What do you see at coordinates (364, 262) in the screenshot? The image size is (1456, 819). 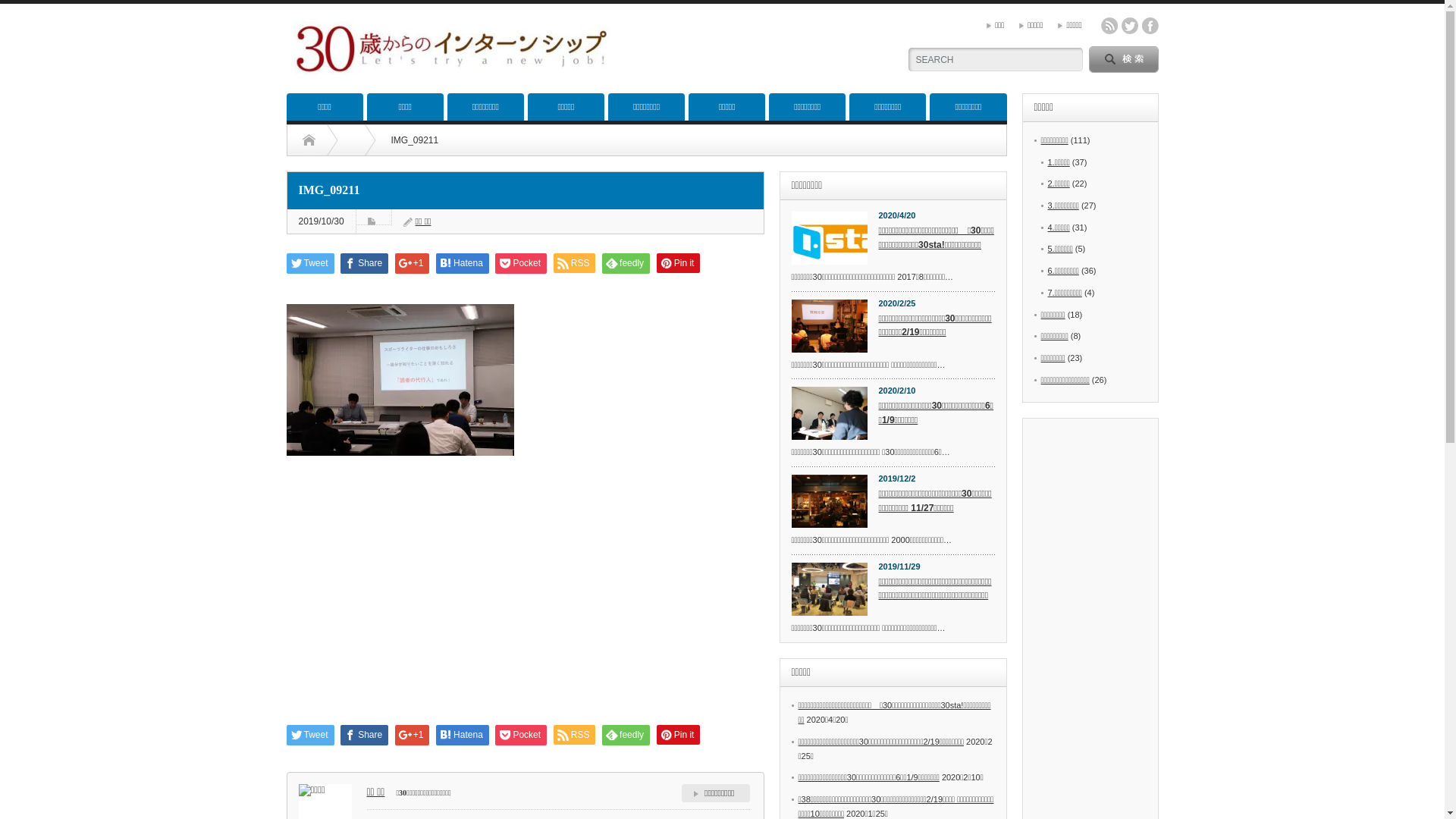 I see `'Share'` at bounding box center [364, 262].